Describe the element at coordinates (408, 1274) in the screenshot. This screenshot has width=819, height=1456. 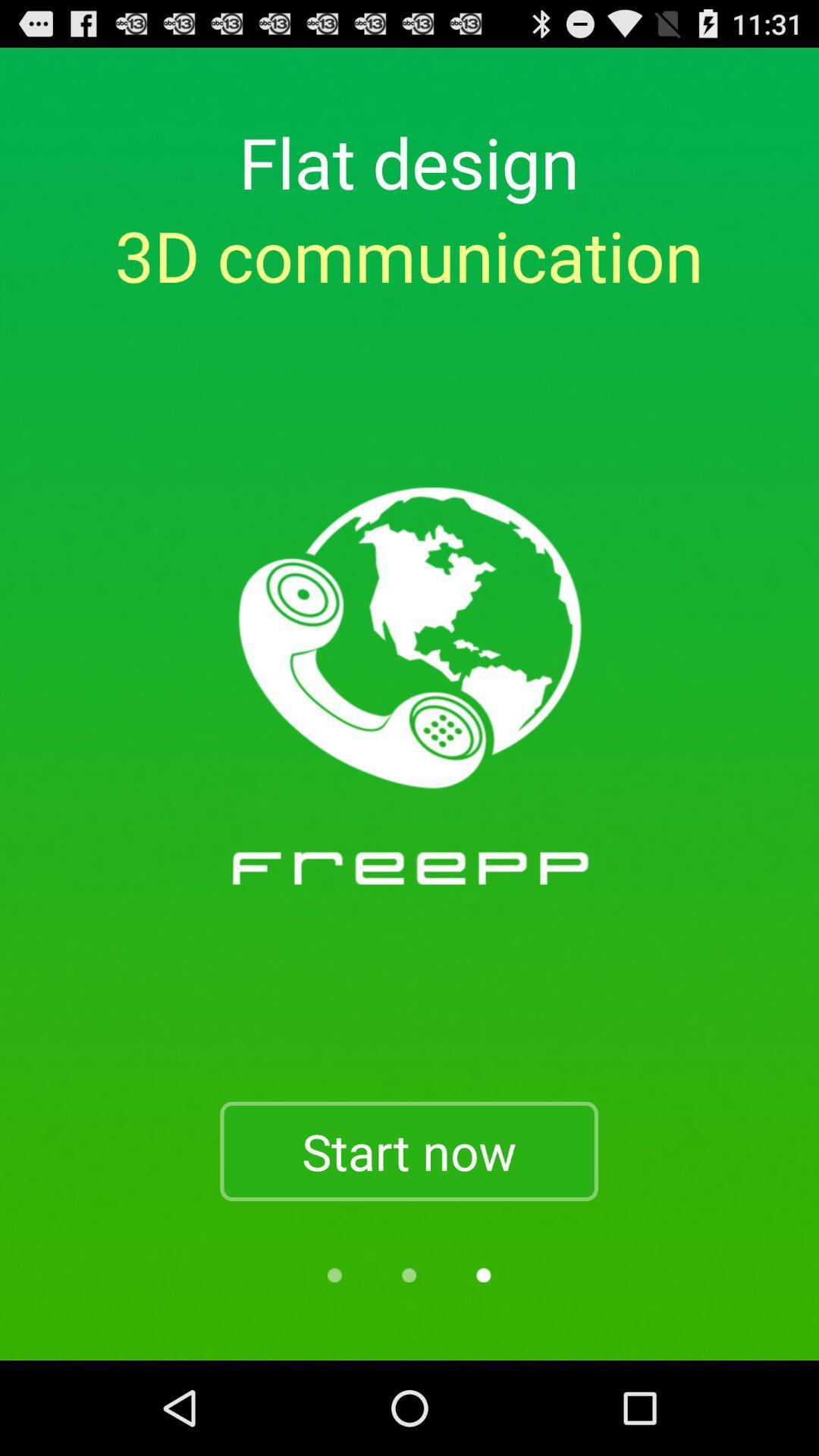
I see `page two` at that location.